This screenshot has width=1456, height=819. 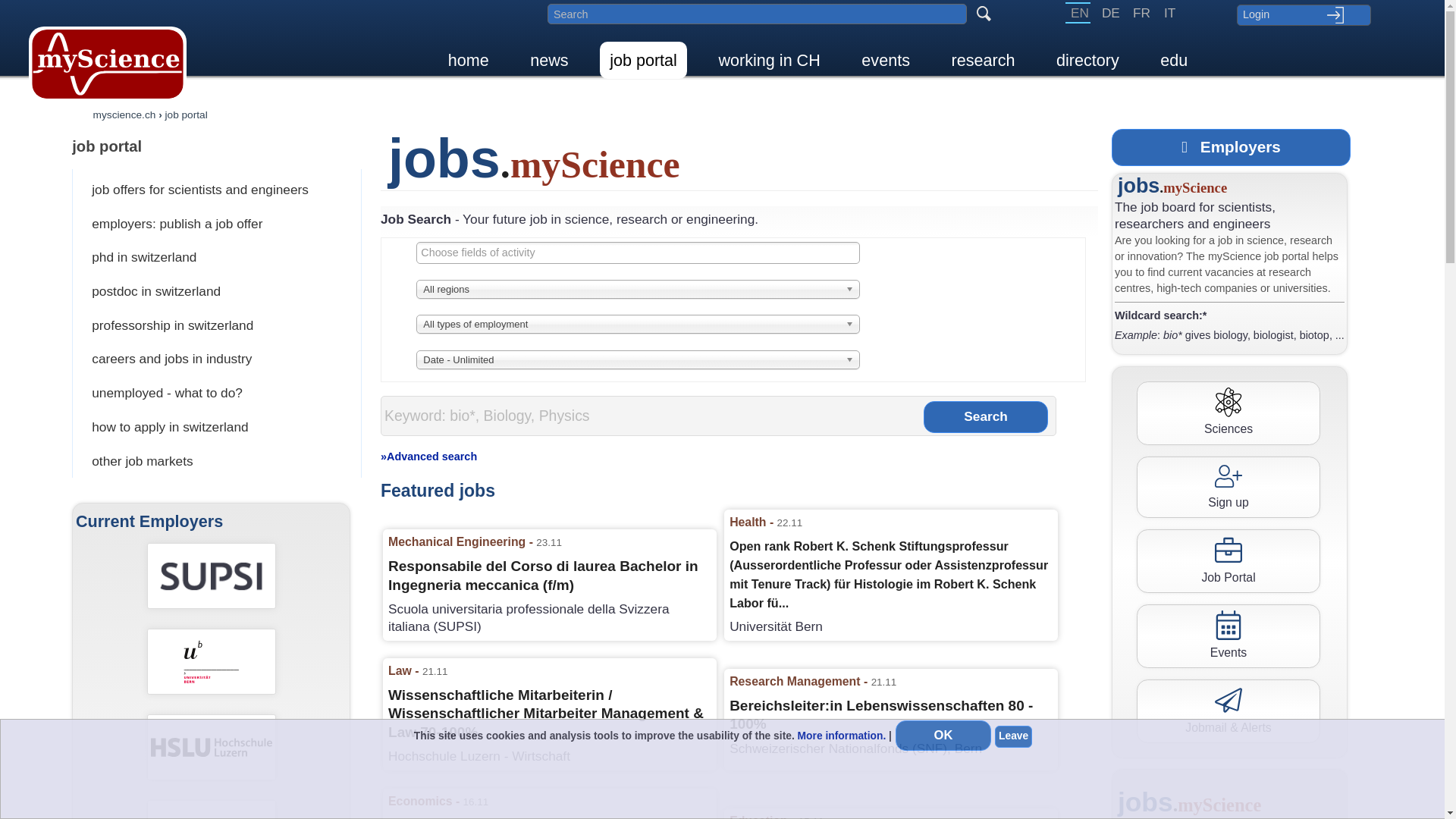 What do you see at coordinates (1013, 734) in the screenshot?
I see `'Leave'` at bounding box center [1013, 734].